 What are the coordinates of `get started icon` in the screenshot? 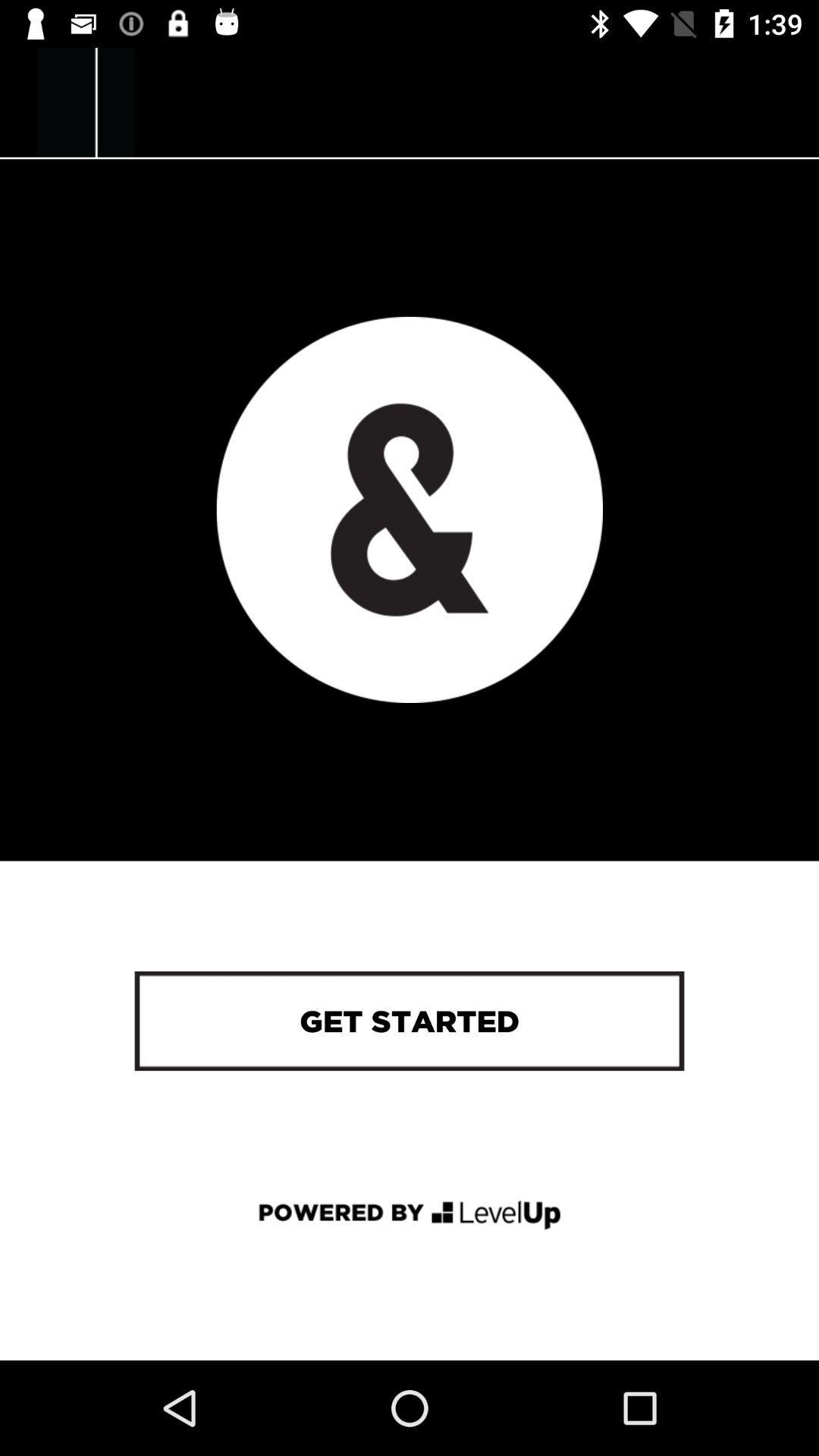 It's located at (409, 1021).